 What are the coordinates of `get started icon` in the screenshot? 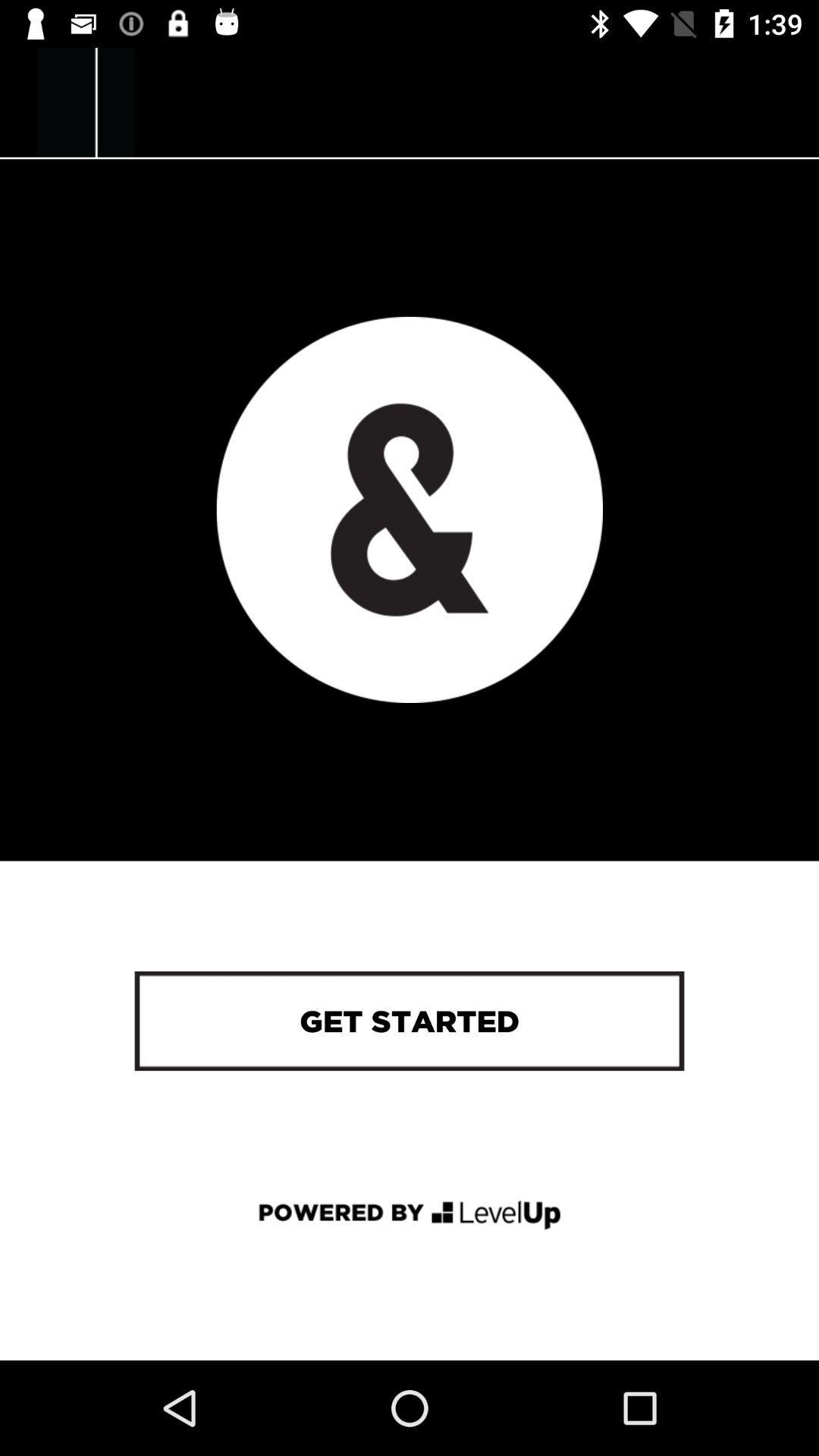 It's located at (409, 1021).